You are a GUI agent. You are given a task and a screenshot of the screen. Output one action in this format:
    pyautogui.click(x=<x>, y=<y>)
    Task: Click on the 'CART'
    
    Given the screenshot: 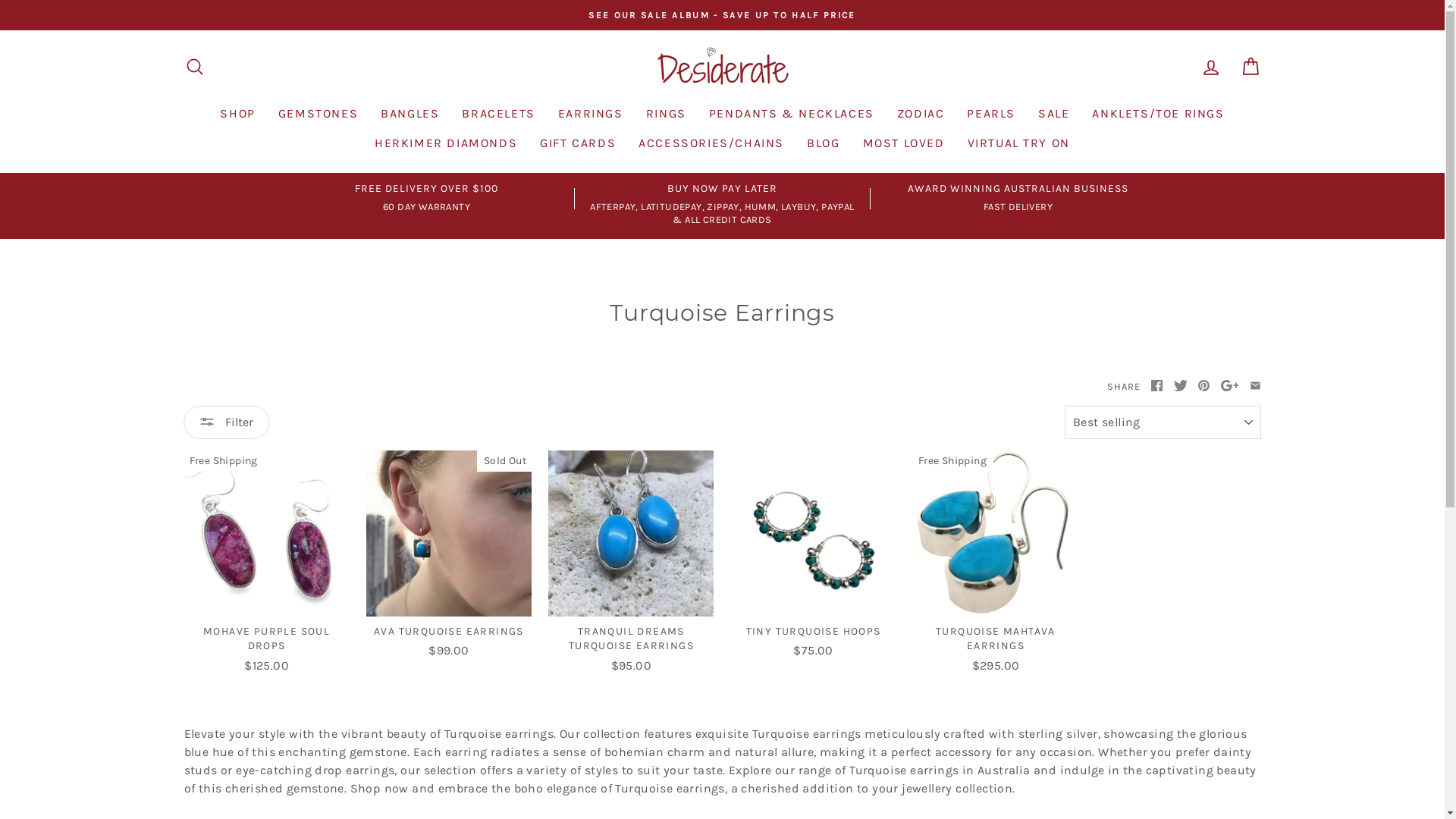 What is the action you would take?
    pyautogui.click(x=1249, y=65)
    